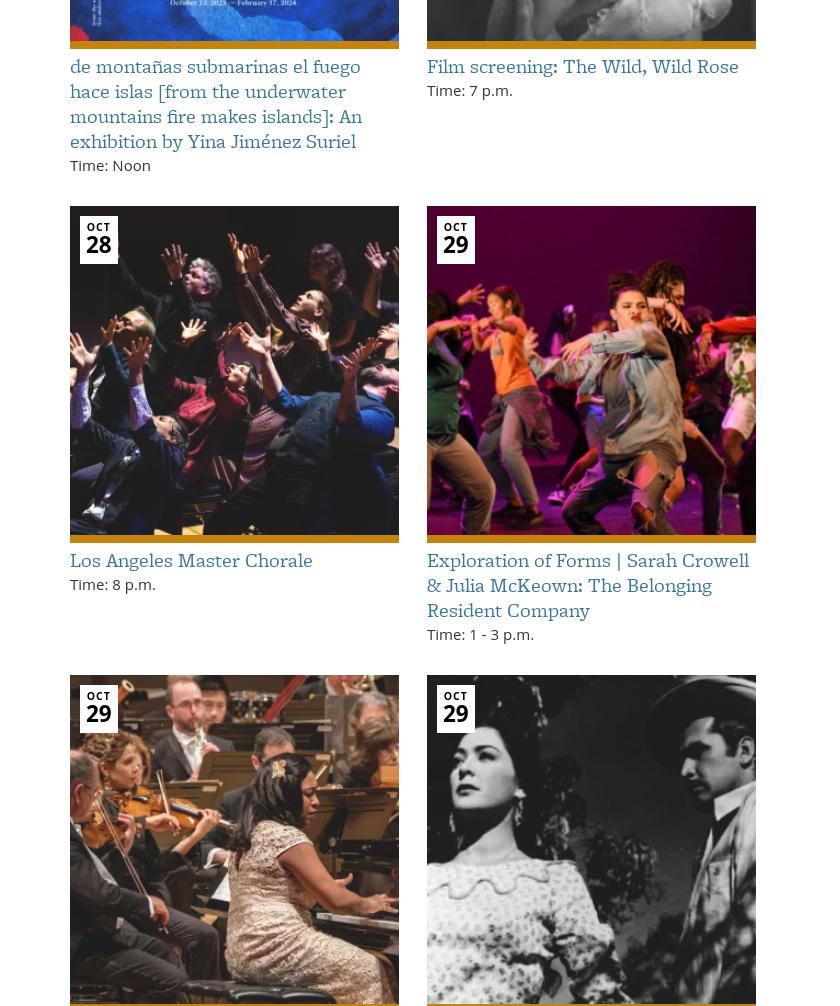 This screenshot has height=1006, width=840. Describe the element at coordinates (482, 632) in the screenshot. I see `'-'` at that location.